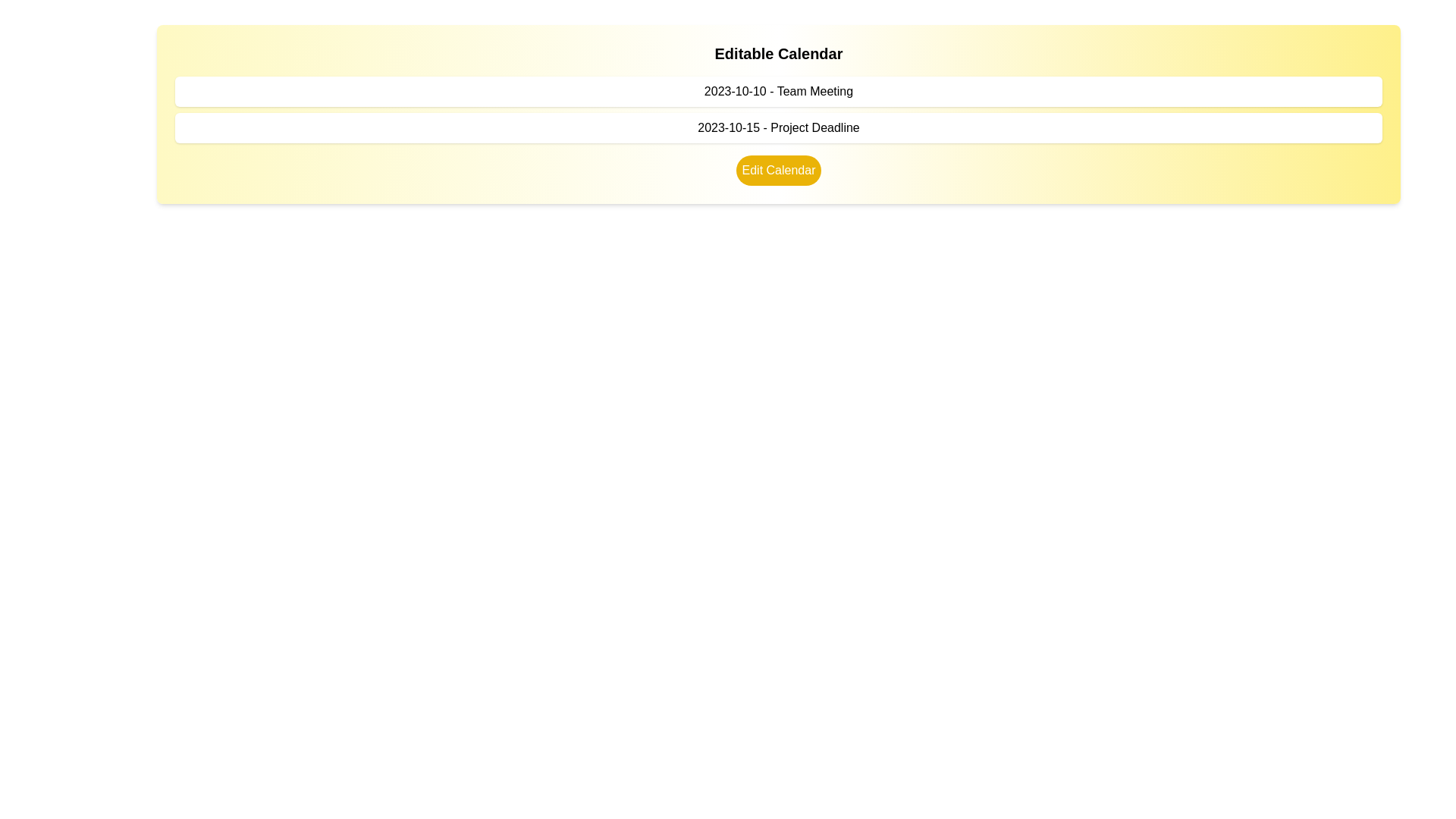 This screenshot has height=819, width=1456. What do you see at coordinates (779, 170) in the screenshot?
I see `the 'Edit Calendar' button with a yellow background and rounded edges located below the listed items in the main calendar section` at bounding box center [779, 170].